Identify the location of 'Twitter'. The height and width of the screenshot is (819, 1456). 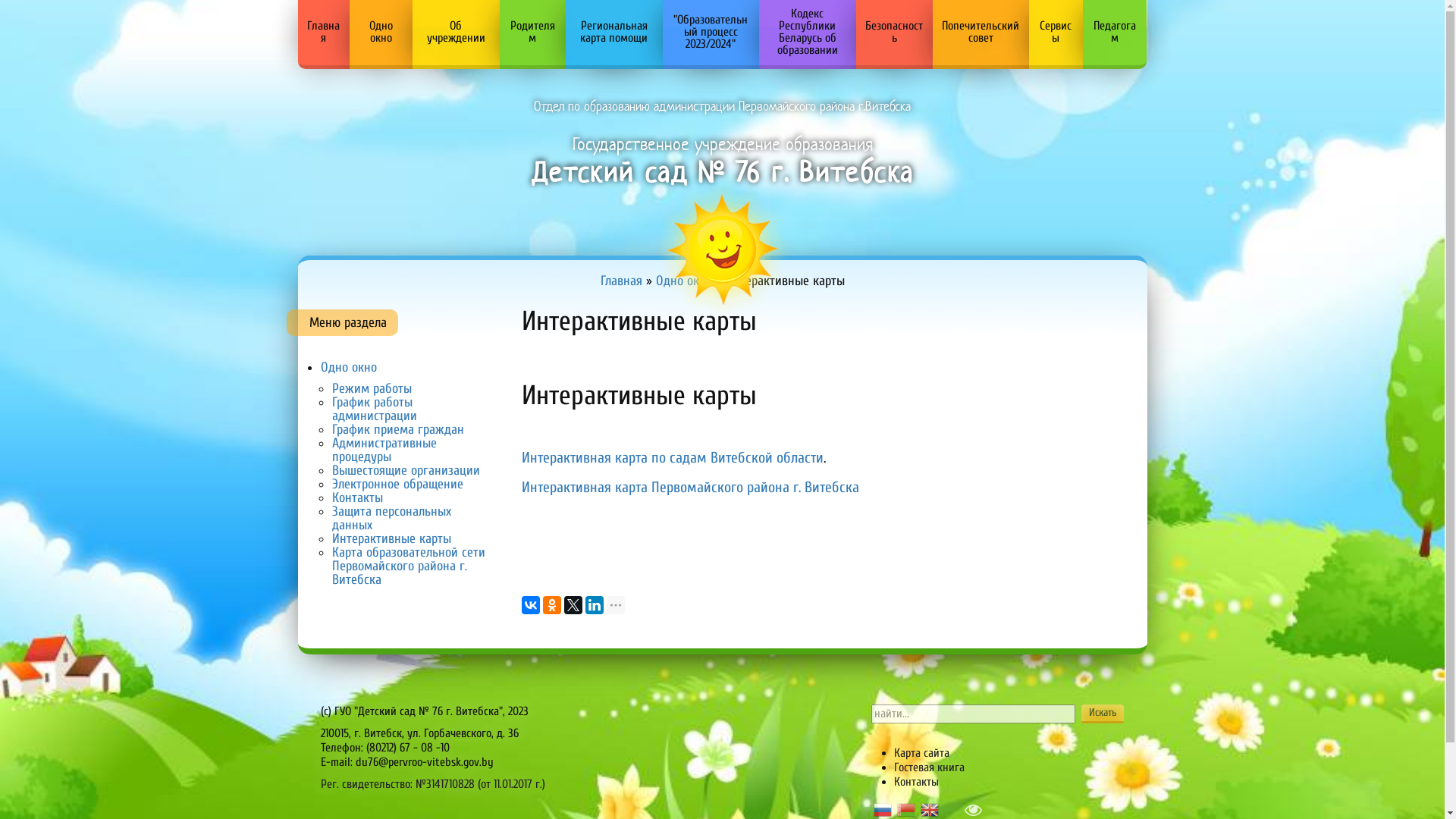
(573, 604).